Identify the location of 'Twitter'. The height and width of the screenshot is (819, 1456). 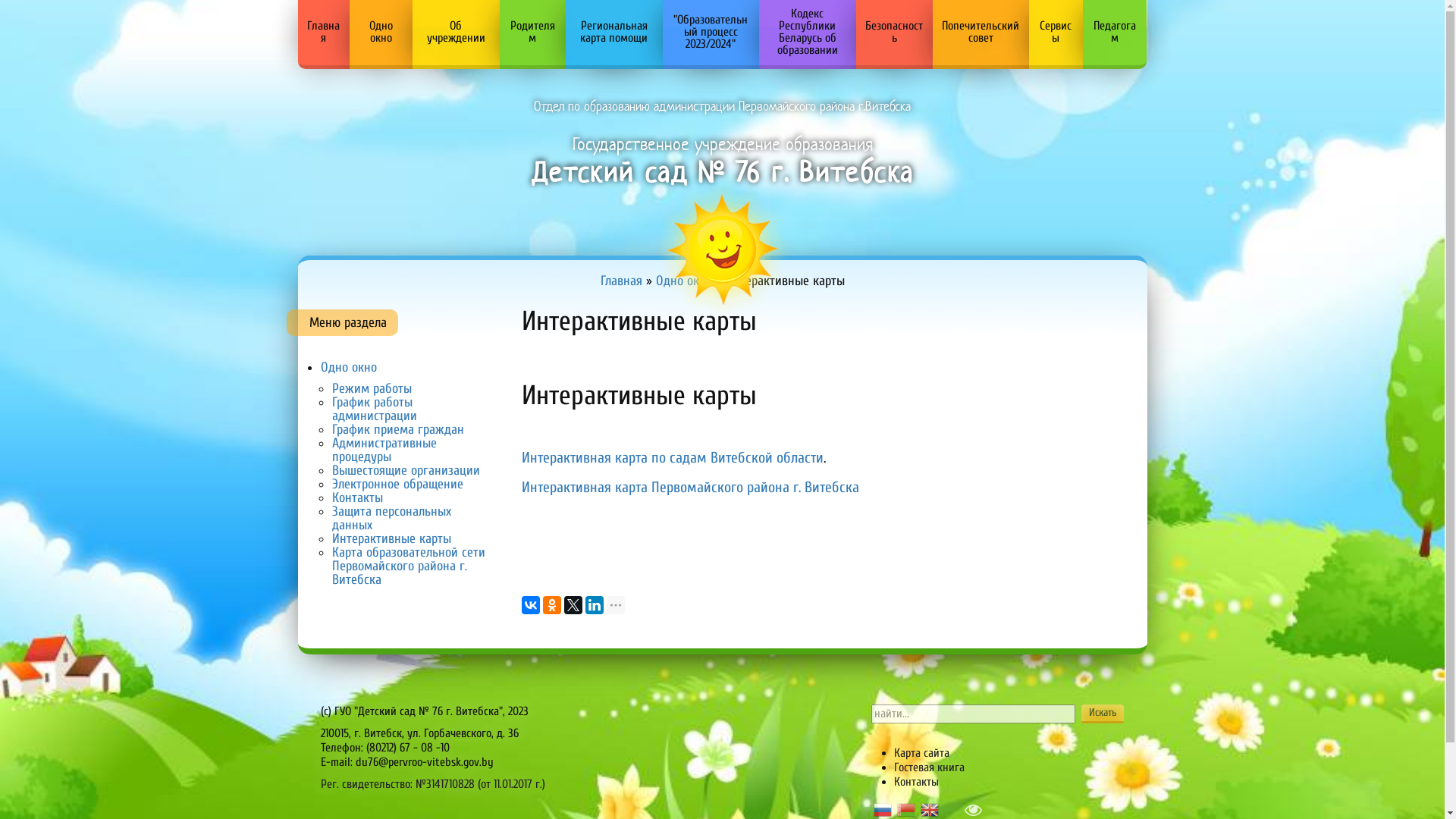
(573, 604).